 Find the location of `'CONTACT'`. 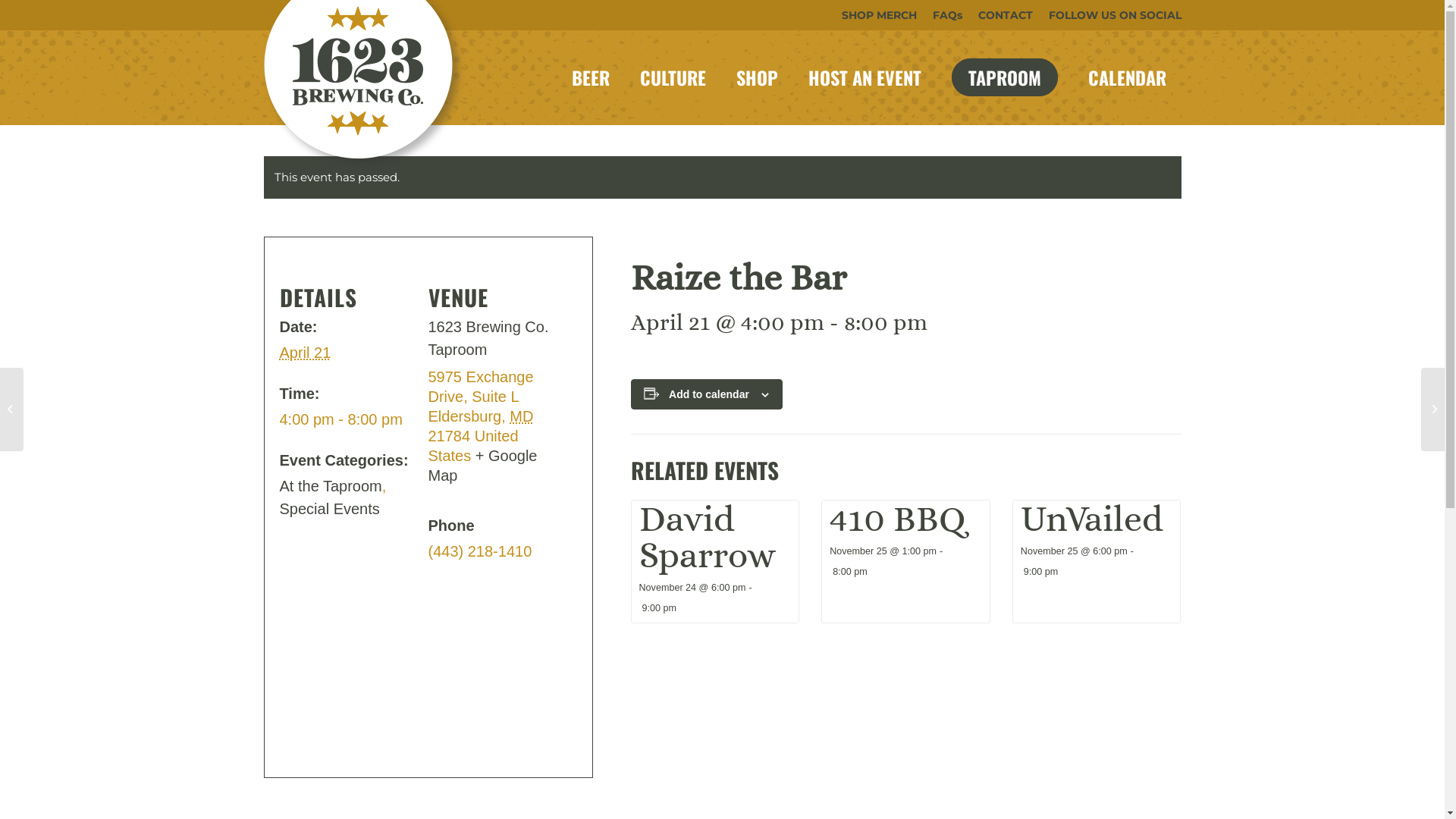

'CONTACT' is located at coordinates (1005, 14).